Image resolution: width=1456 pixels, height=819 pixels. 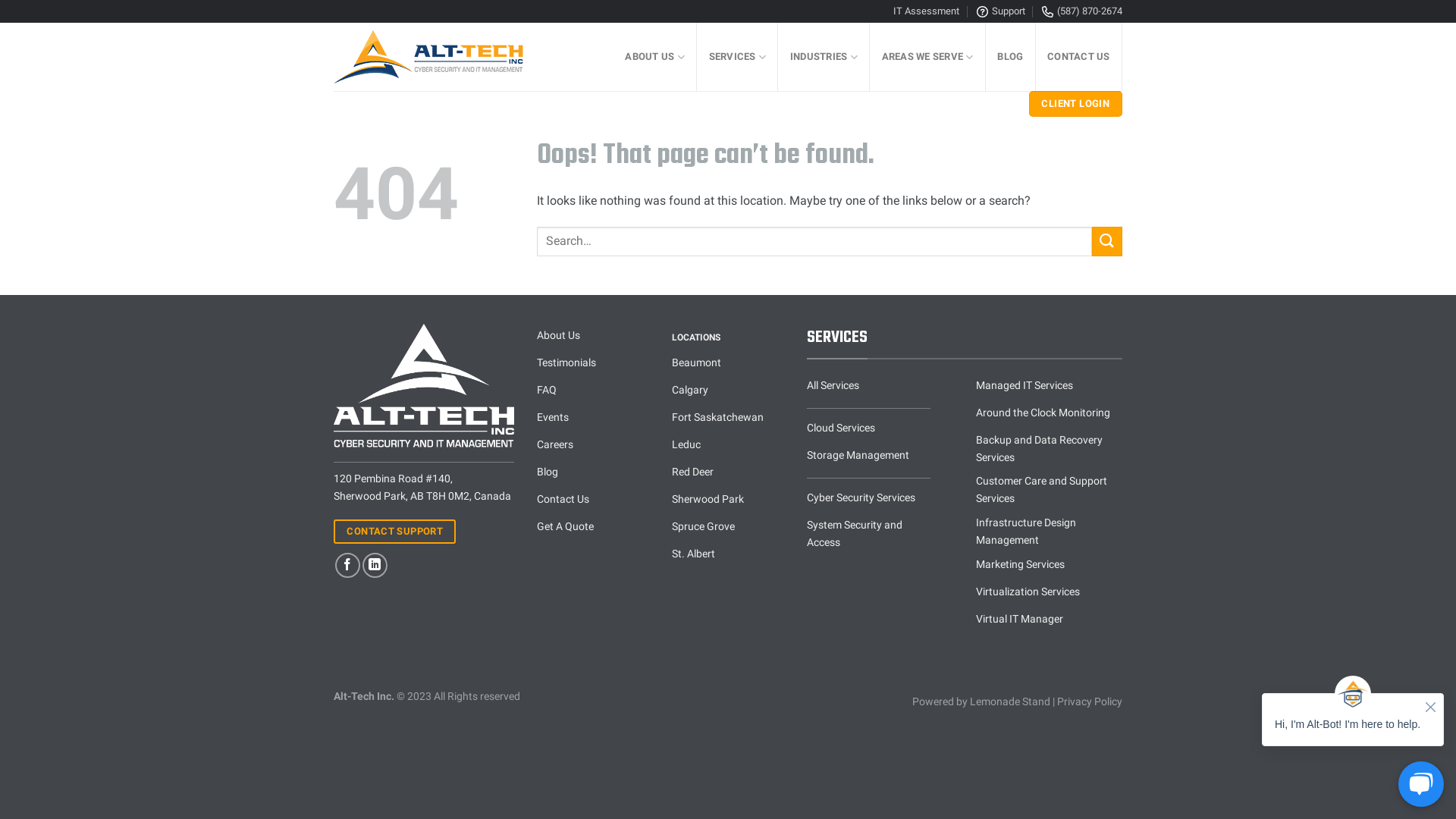 What do you see at coordinates (1048, 593) in the screenshot?
I see `'Virtualization Services'` at bounding box center [1048, 593].